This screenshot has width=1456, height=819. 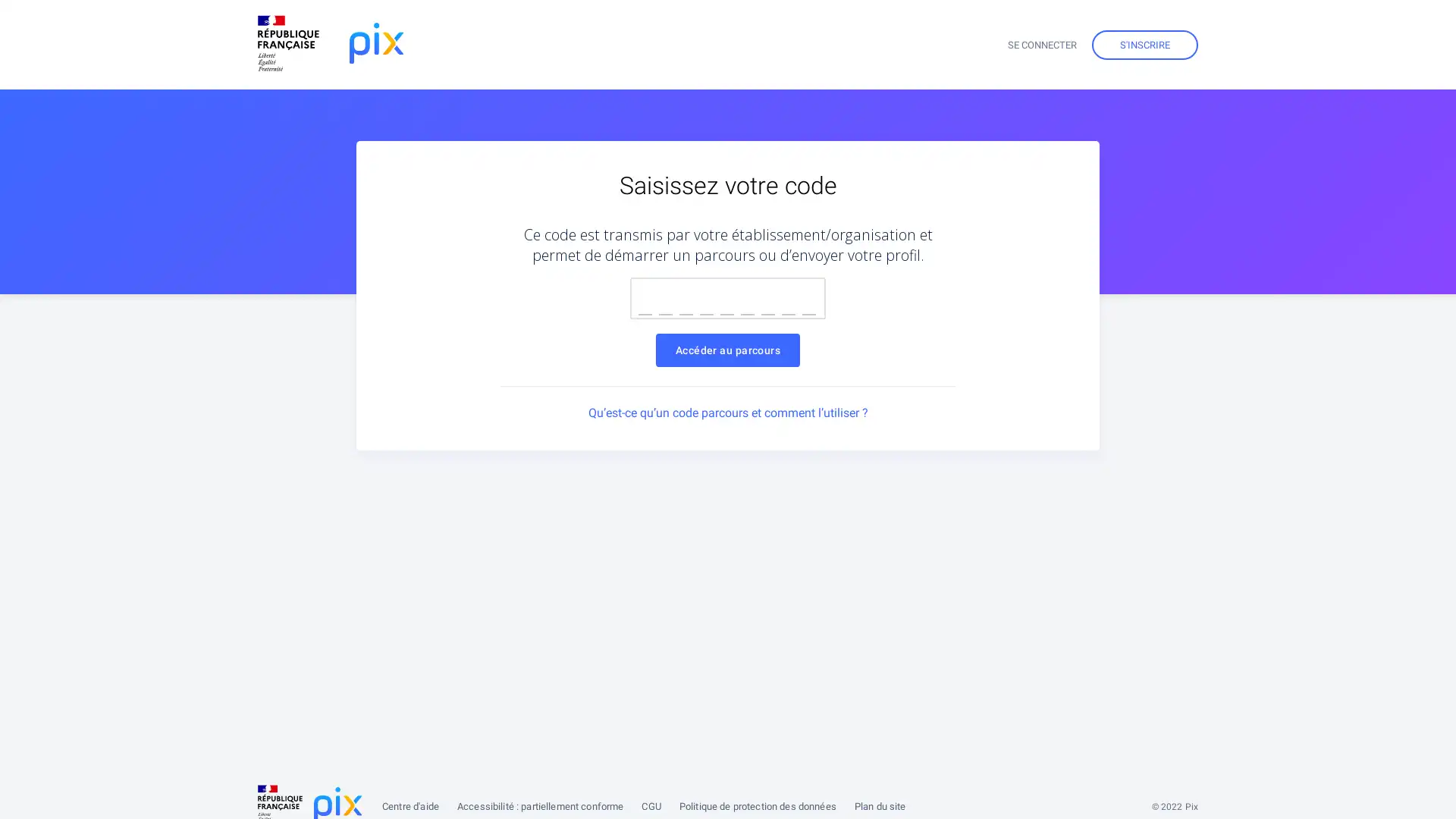 What do you see at coordinates (726, 350) in the screenshot?
I see `Acceder au parcours` at bounding box center [726, 350].